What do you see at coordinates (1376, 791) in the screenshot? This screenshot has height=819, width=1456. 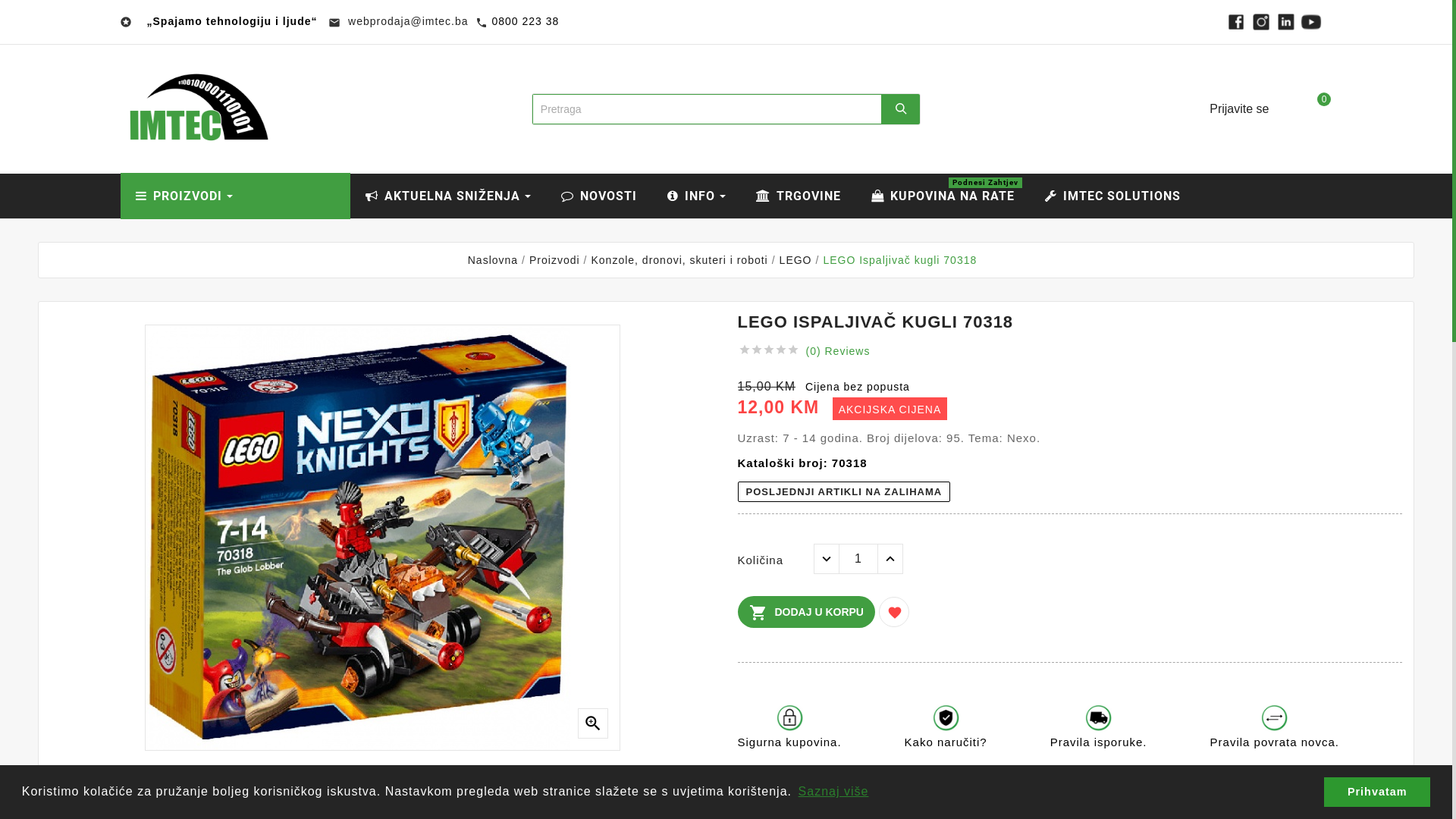 I see `'Prihvatam'` at bounding box center [1376, 791].